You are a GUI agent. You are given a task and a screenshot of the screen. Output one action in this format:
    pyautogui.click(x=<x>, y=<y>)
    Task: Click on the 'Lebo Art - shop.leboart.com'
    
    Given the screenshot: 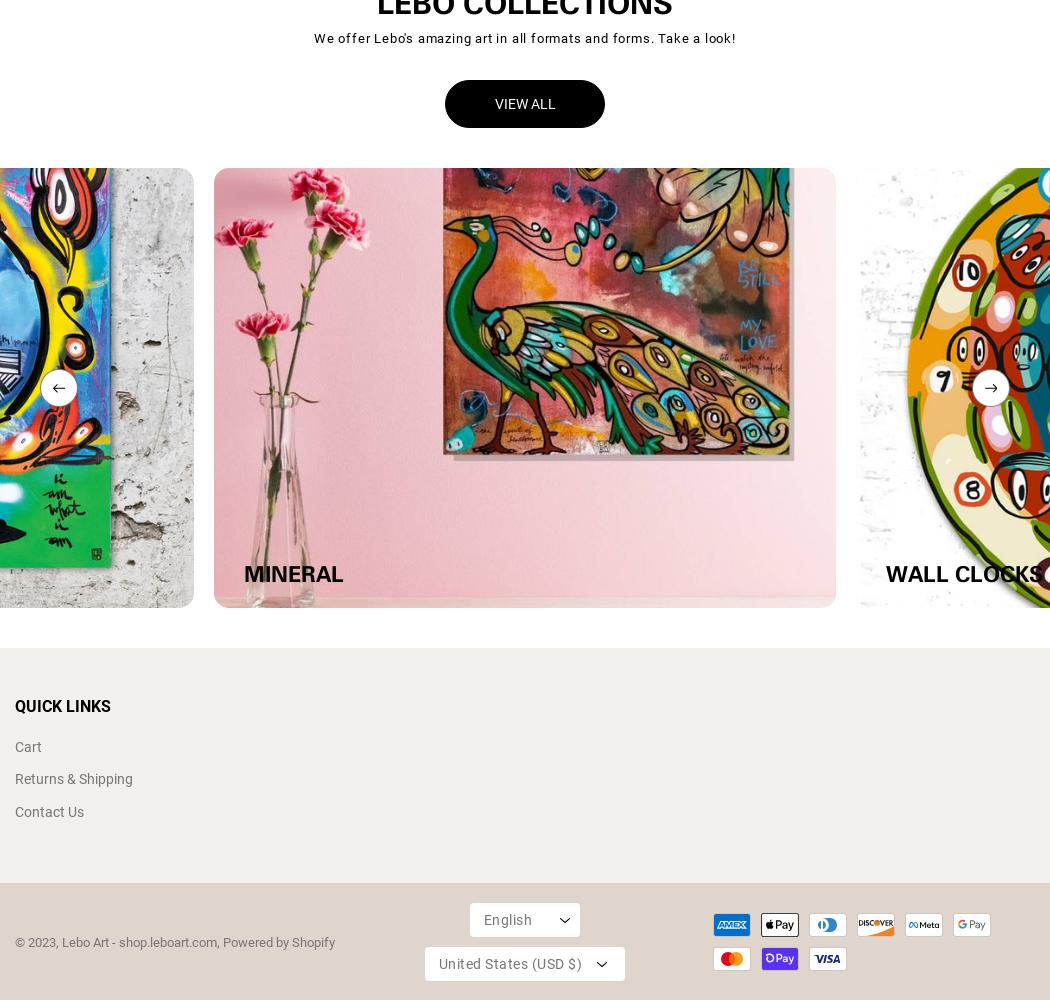 What is the action you would take?
    pyautogui.click(x=60, y=940)
    